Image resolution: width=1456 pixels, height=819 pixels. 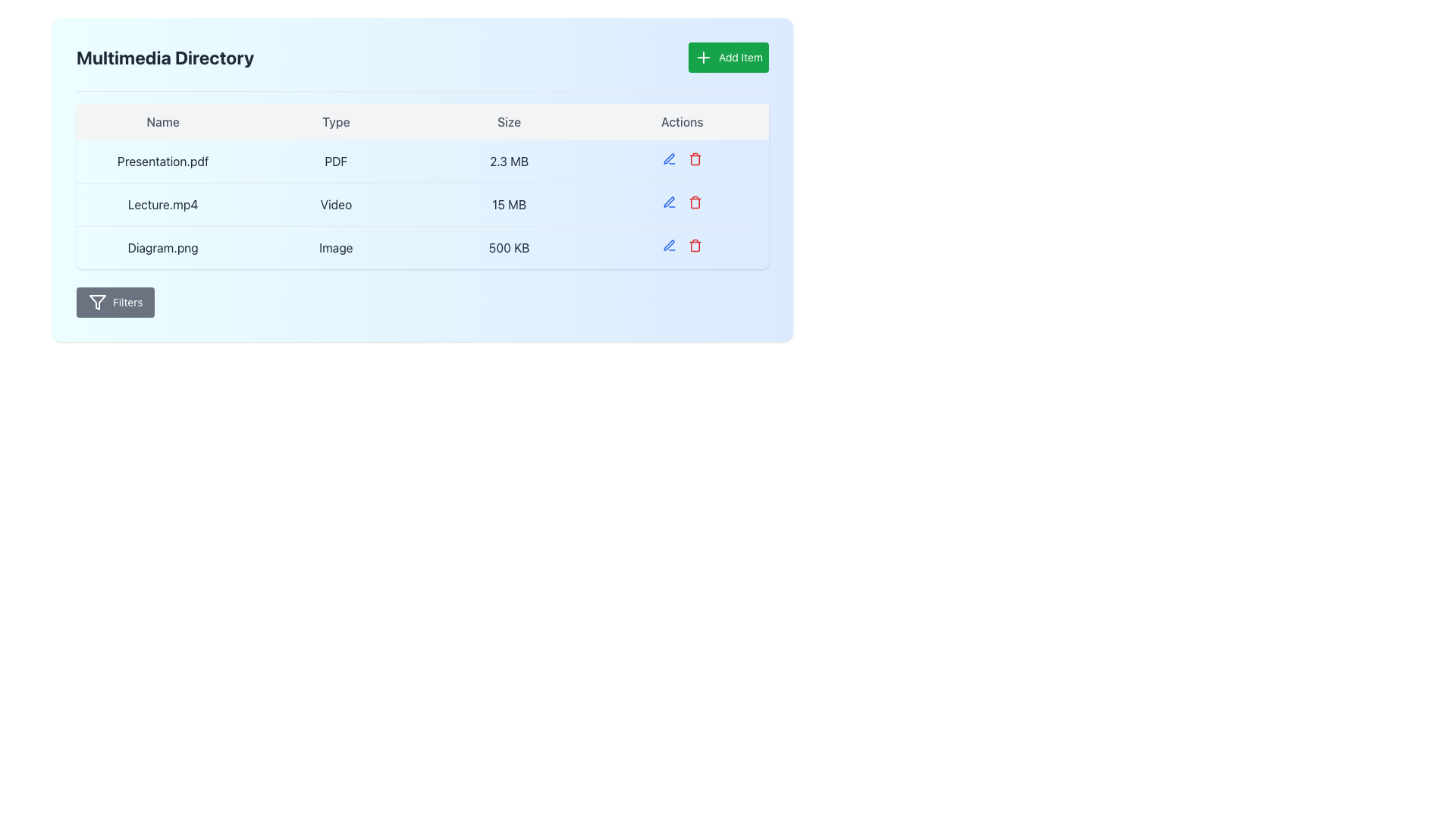 I want to click on the blue pen icon in the 'Actions' column of the multimedia directory table to initiate an edit action for the 'Diagram.png' row, so click(x=668, y=245).